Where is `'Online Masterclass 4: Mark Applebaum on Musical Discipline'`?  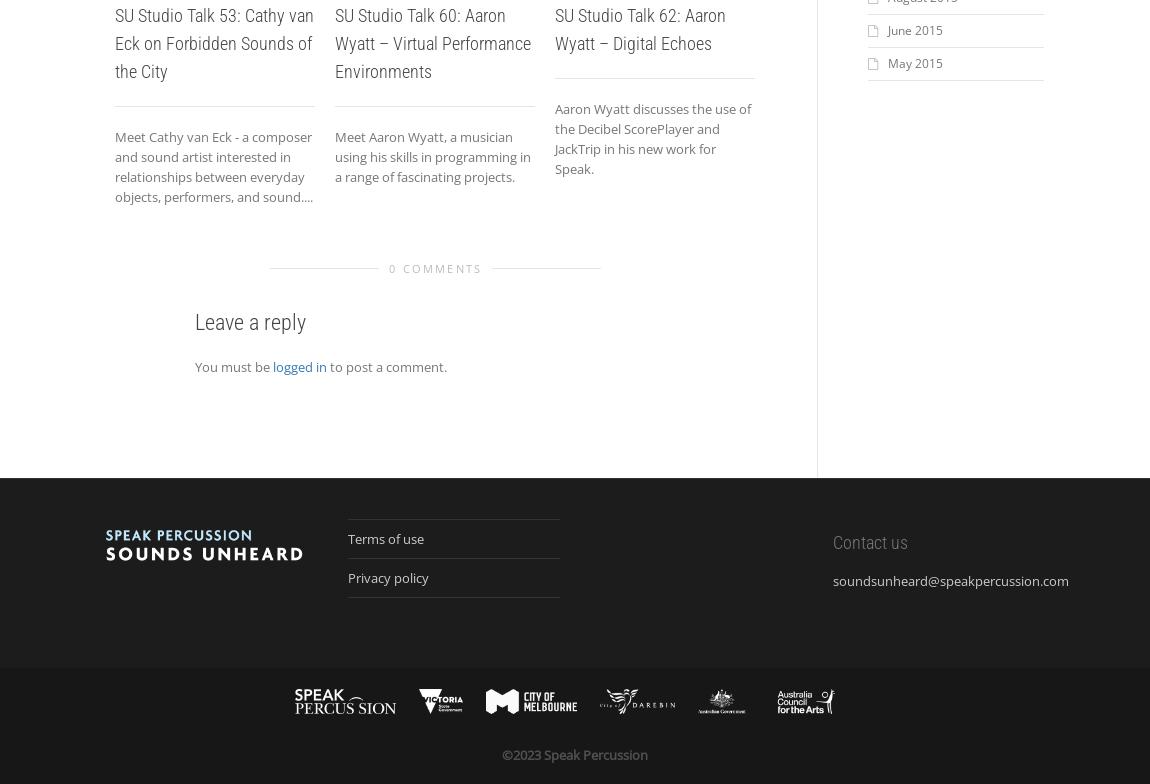 'Online Masterclass 4: Mark Applebaum on Musical Discipline' is located at coordinates (868, 43).